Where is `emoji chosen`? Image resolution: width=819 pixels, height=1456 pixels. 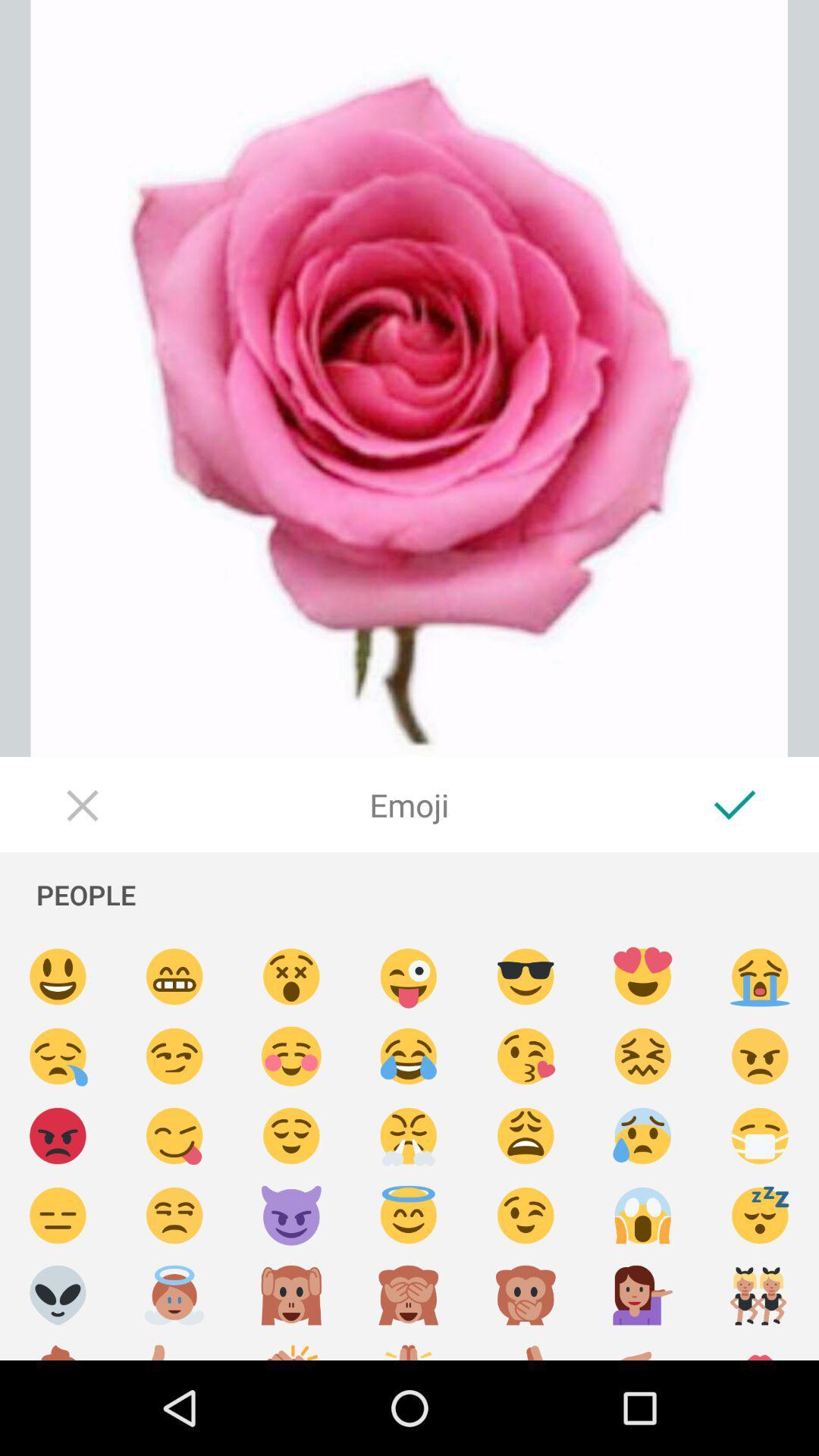
emoji chosen is located at coordinates (408, 1216).